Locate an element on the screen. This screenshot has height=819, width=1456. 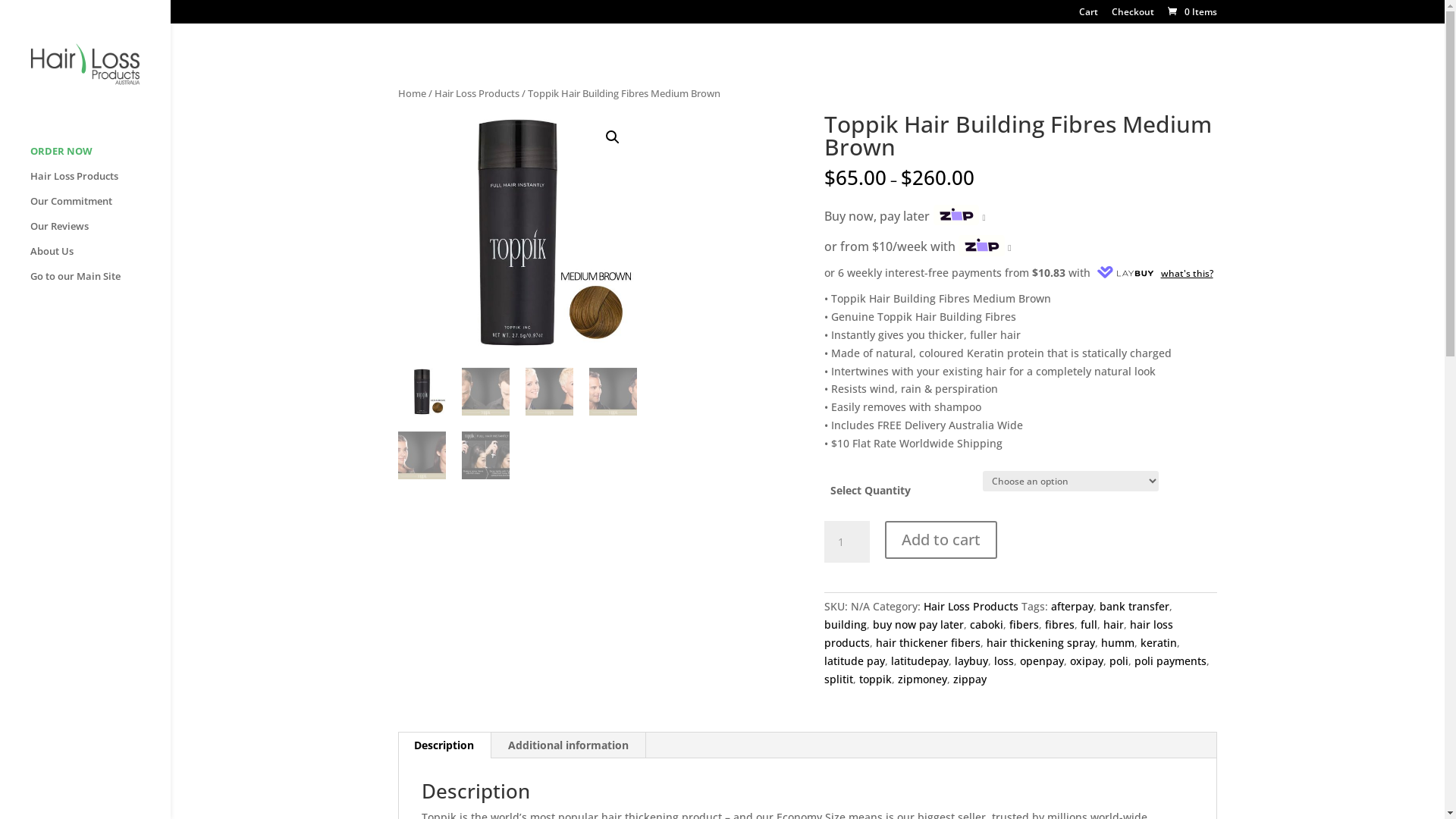
'afterpay' is located at coordinates (1072, 605).